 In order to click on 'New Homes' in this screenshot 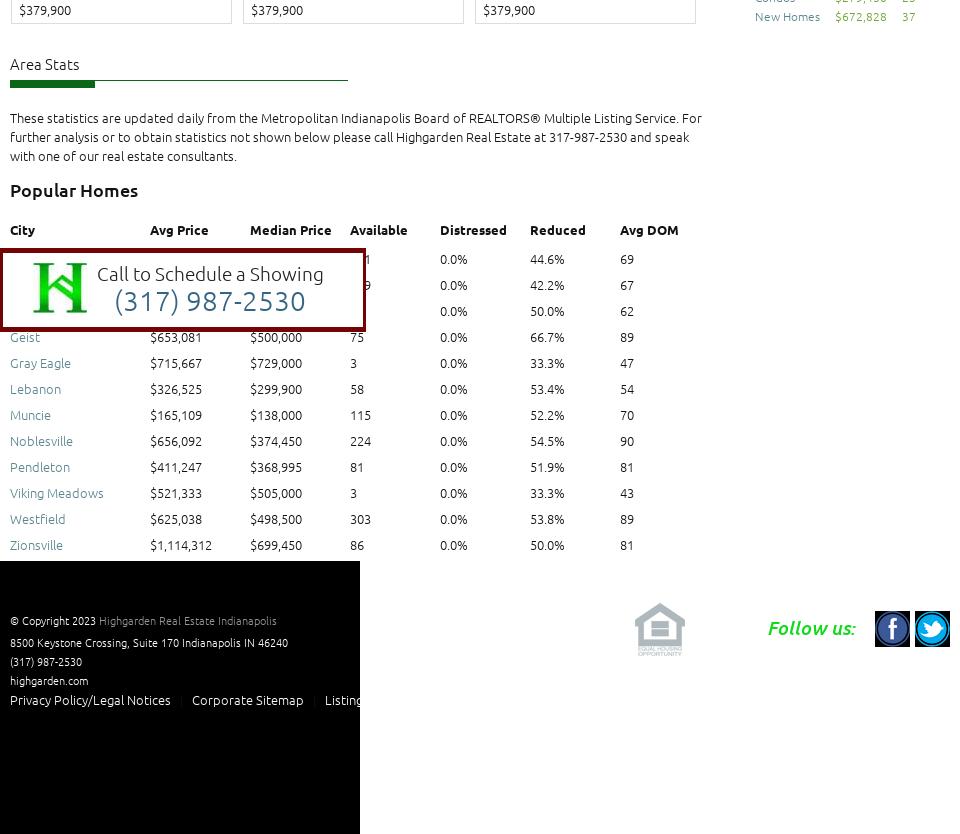, I will do `click(787, 16)`.